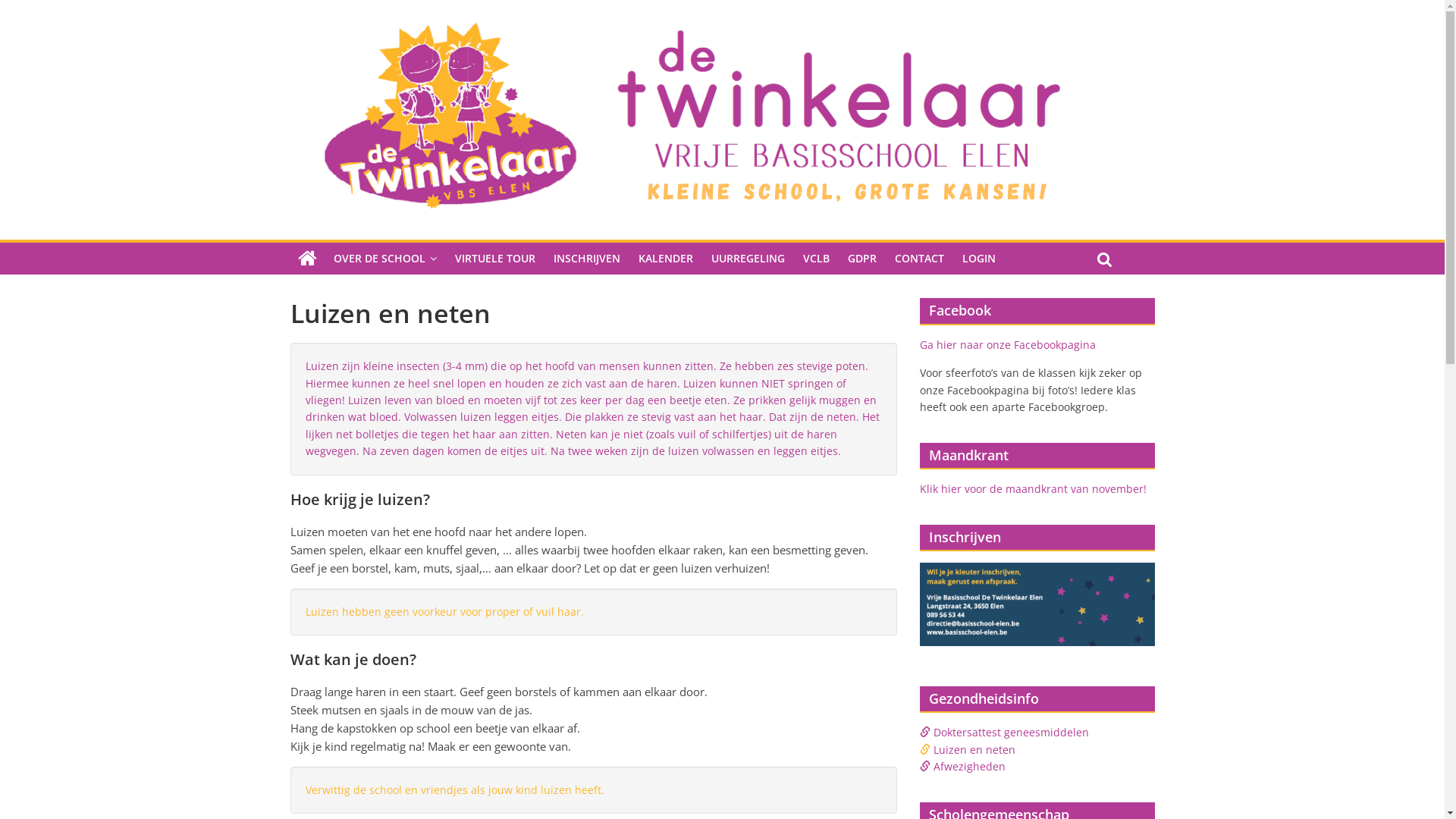  Describe the element at coordinates (1031, 488) in the screenshot. I see `'Klik hier voor de maandkrant van november!'` at that location.